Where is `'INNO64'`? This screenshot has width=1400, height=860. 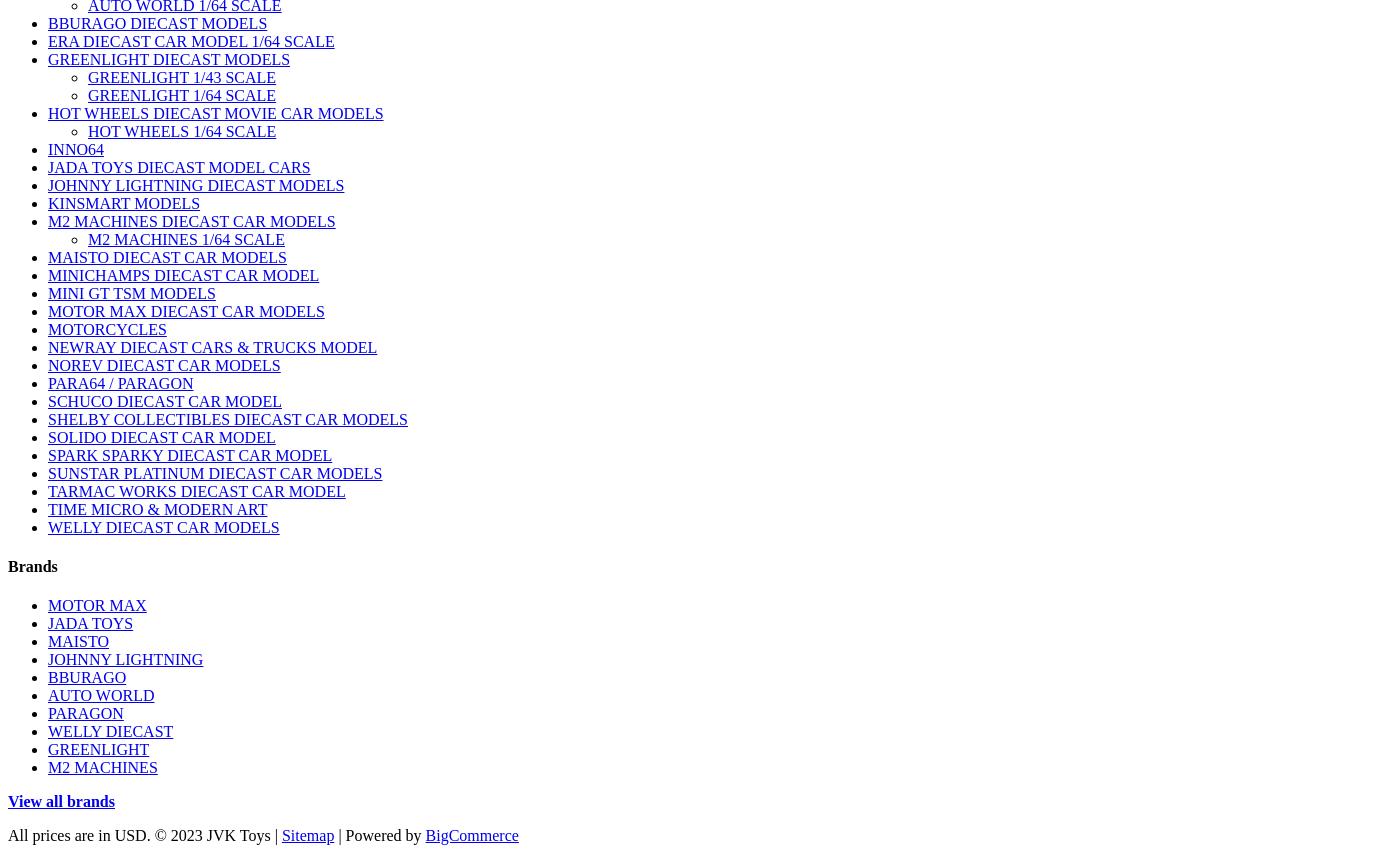 'INNO64' is located at coordinates (76, 148).